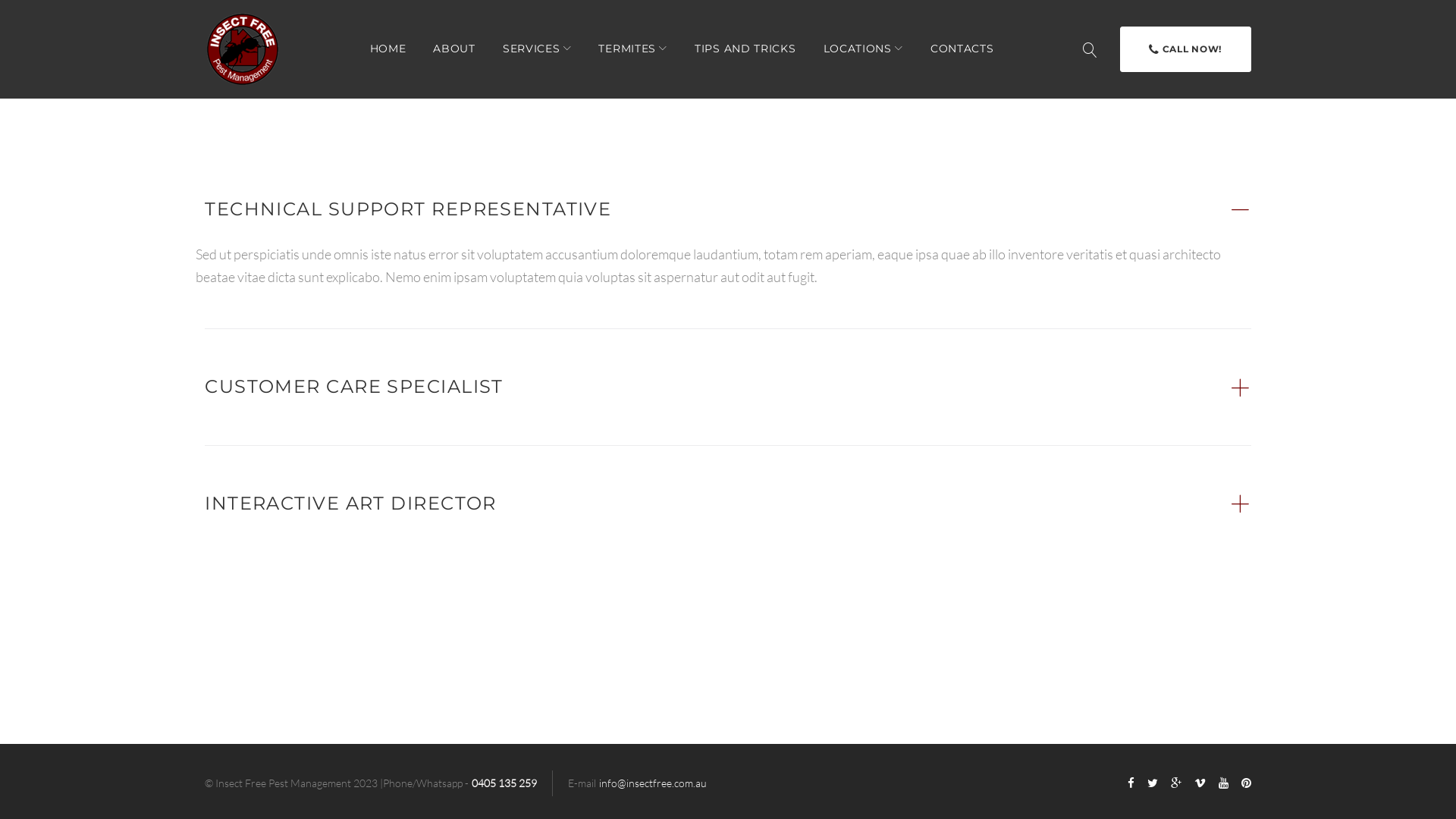  Describe the element at coordinates (1241, 783) in the screenshot. I see `'Pinterest'` at that location.